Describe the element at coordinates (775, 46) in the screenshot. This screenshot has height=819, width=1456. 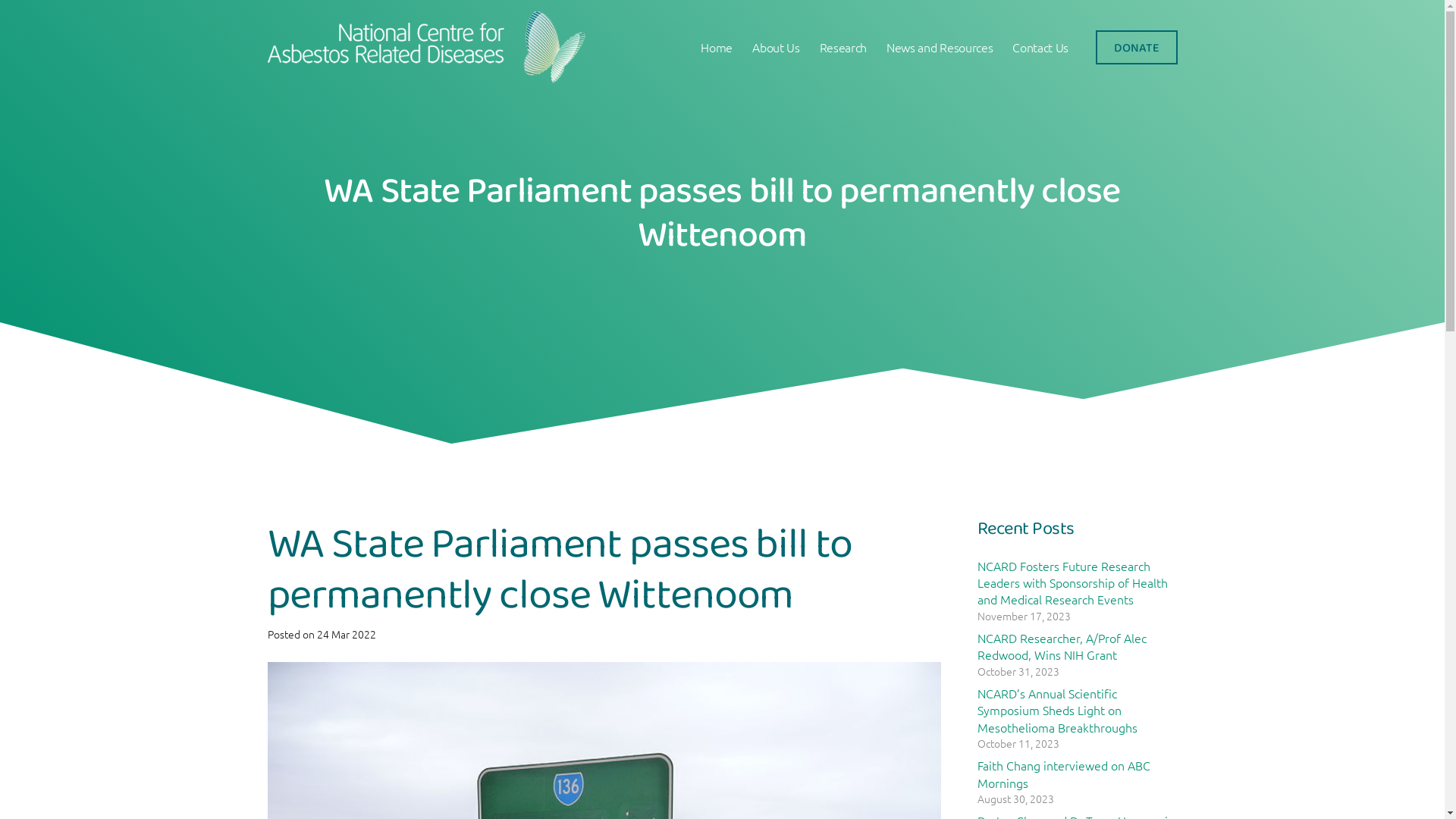
I see `'About Us'` at that location.